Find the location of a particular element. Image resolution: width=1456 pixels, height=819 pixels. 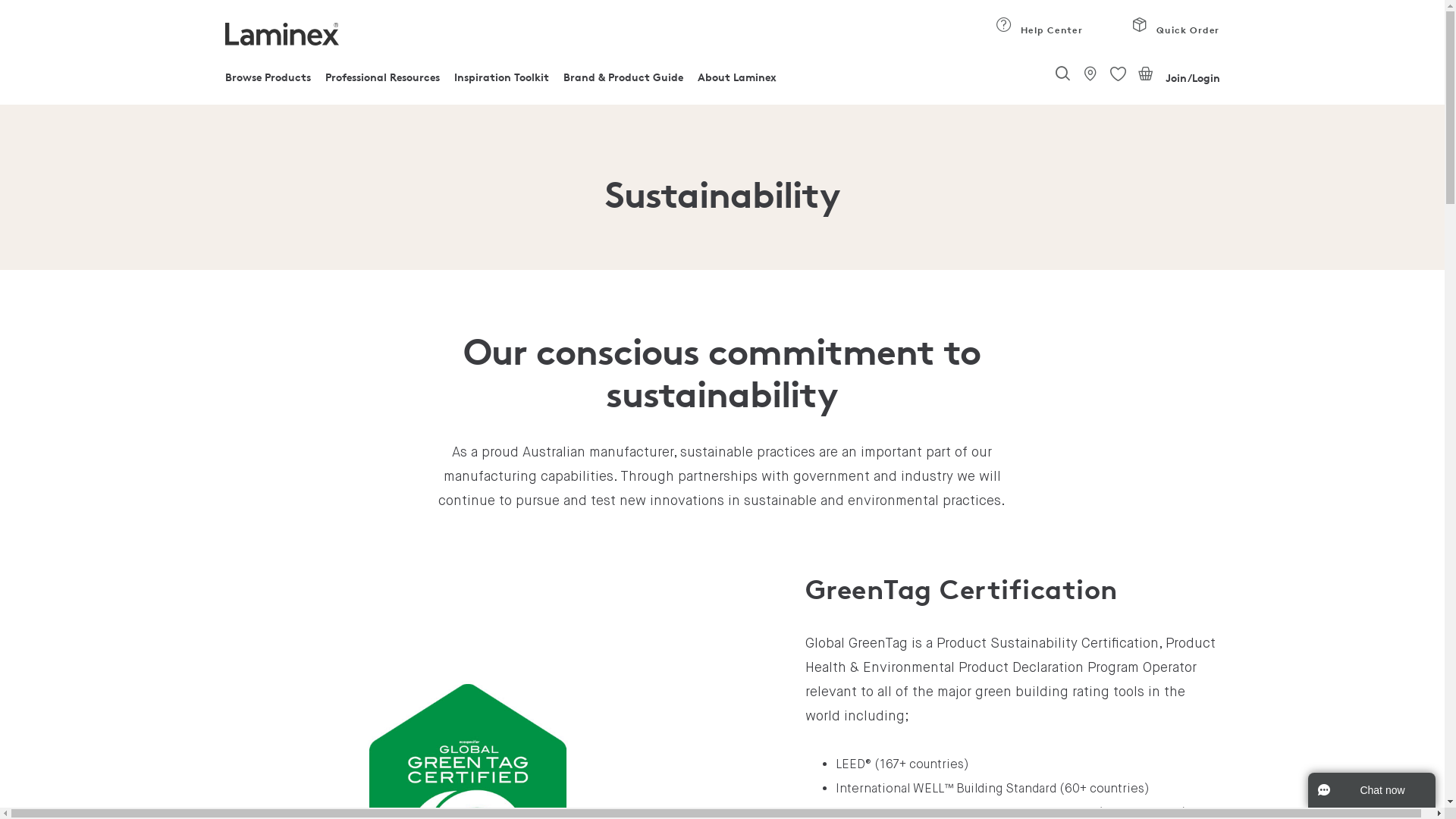

'Quick Order' is located at coordinates (1140, 25).